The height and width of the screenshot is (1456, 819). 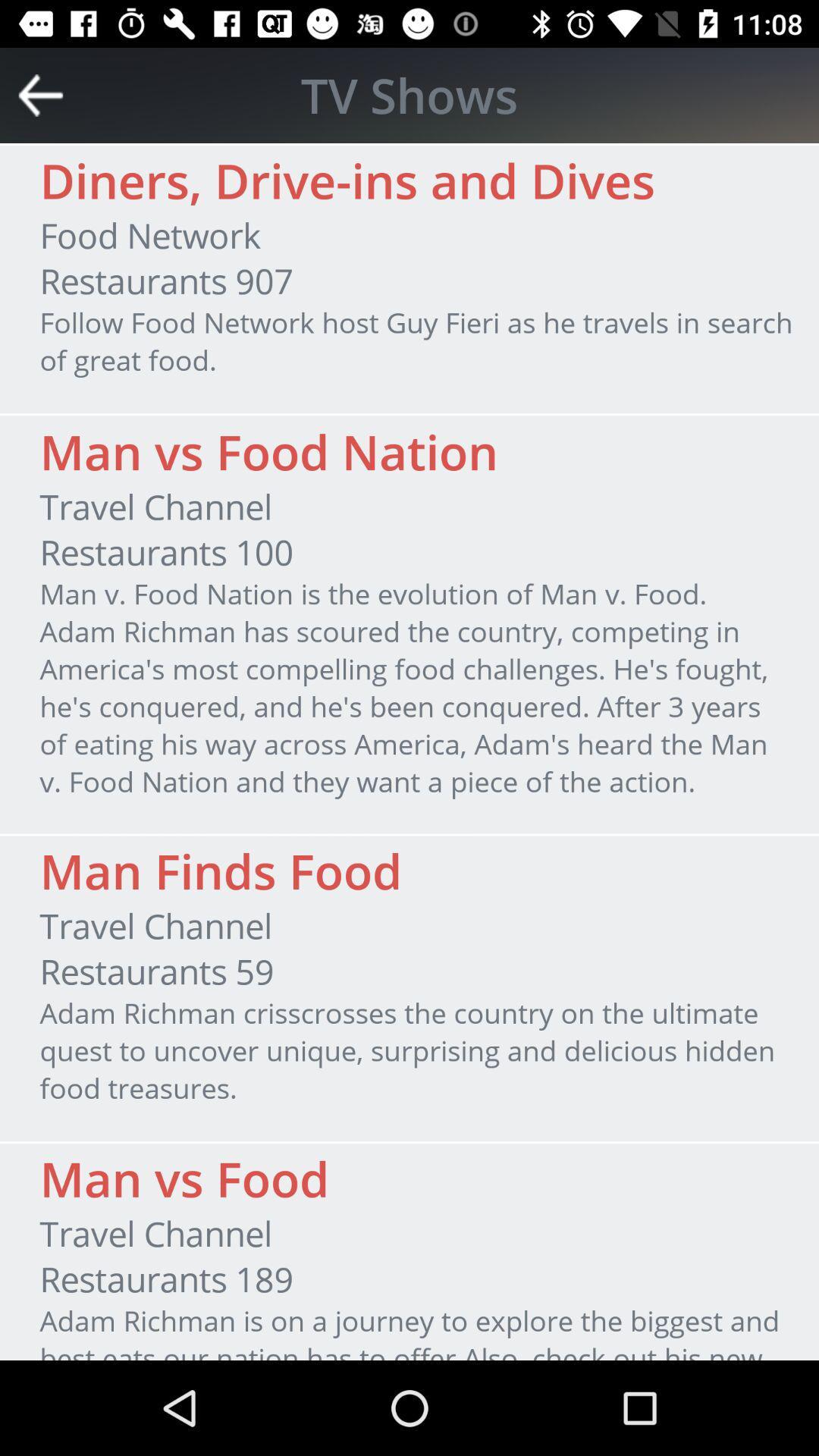 What do you see at coordinates (166, 281) in the screenshot?
I see `item above the follow food network icon` at bounding box center [166, 281].